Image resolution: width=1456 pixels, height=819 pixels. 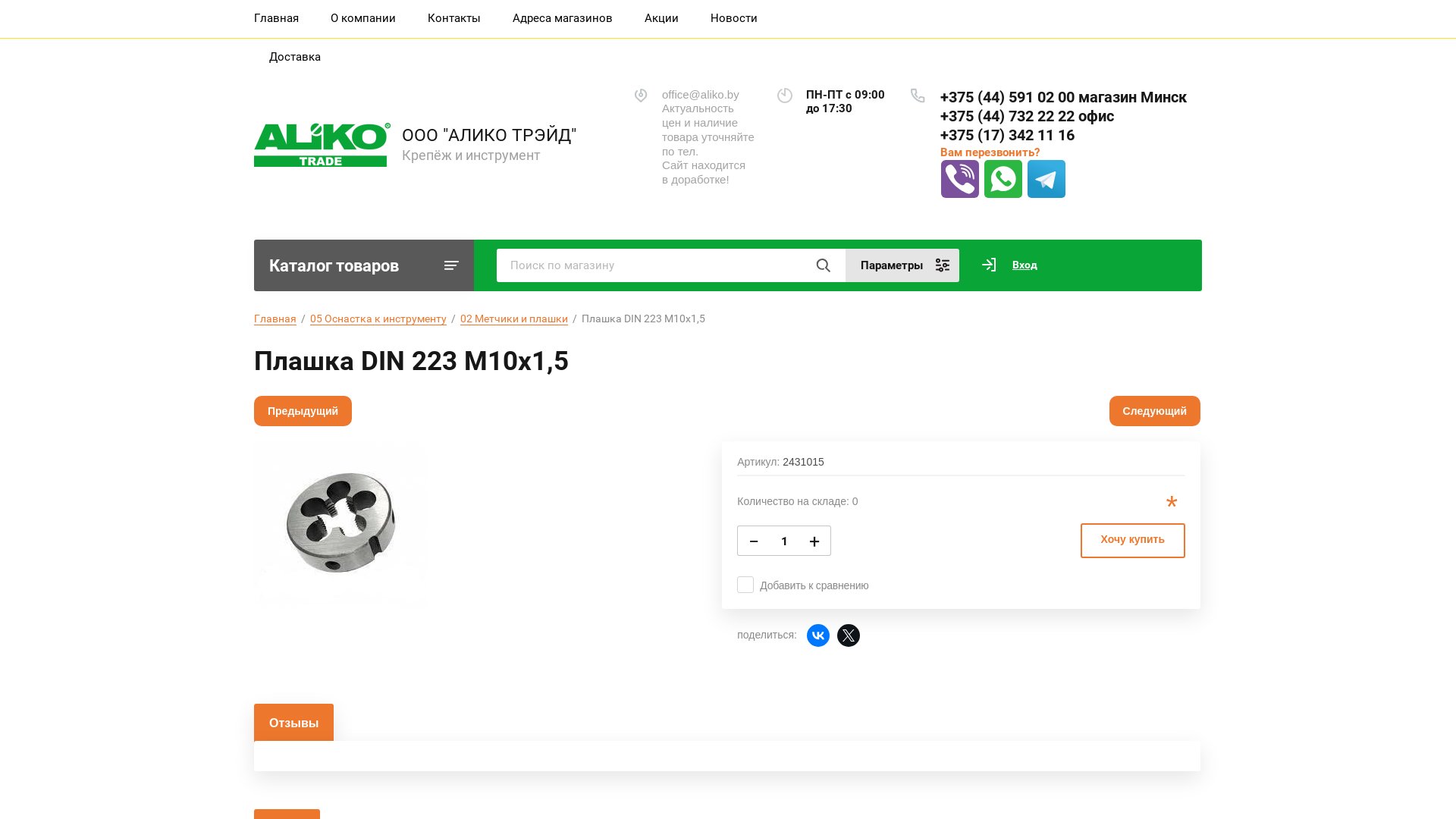 I want to click on '+', so click(x=814, y=540).